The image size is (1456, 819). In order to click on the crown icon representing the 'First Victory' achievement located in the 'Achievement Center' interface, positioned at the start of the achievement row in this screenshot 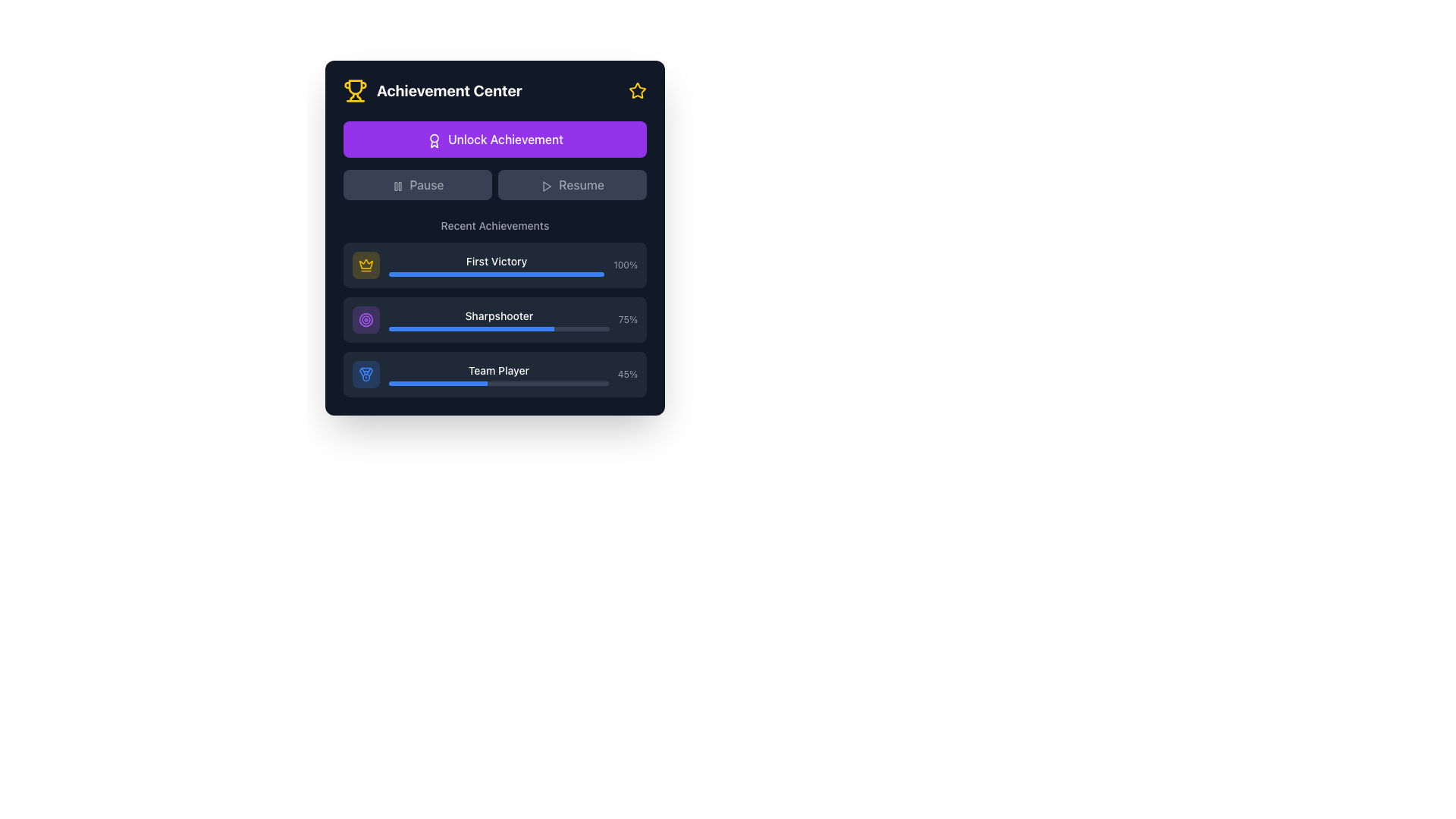, I will do `click(366, 263)`.